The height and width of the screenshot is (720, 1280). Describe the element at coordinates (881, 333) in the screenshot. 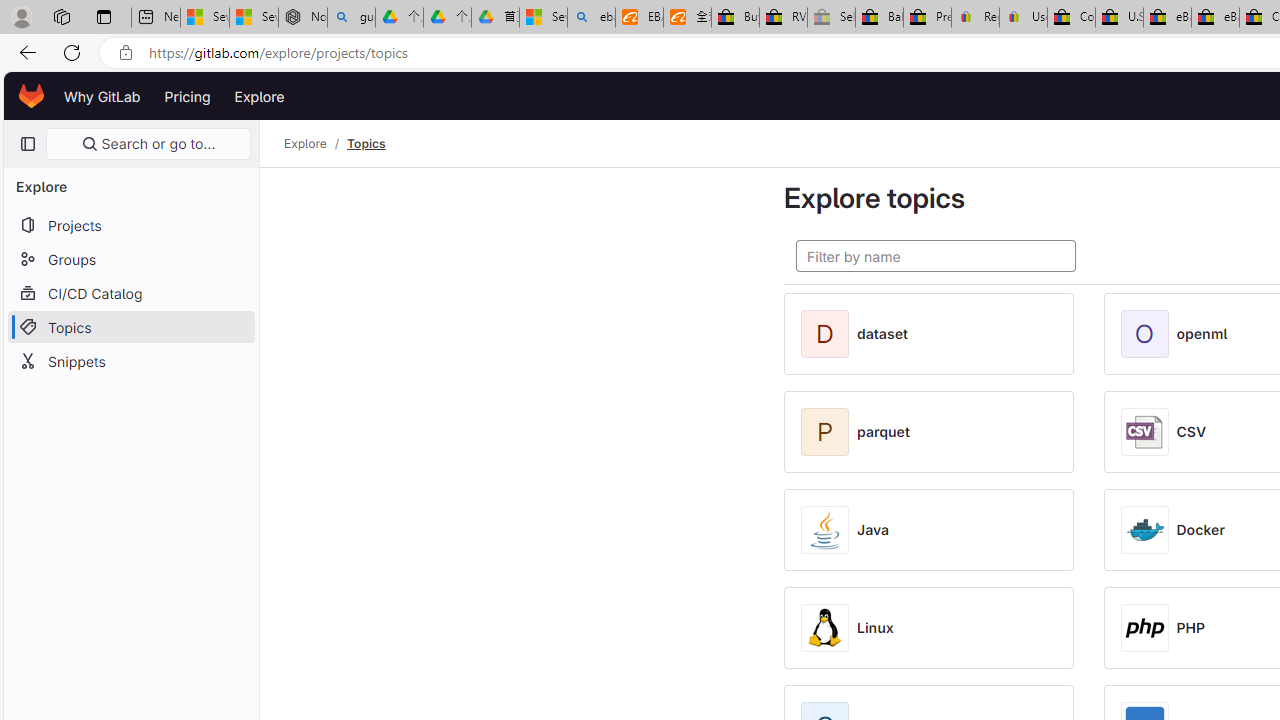

I see `'dataset'` at that location.